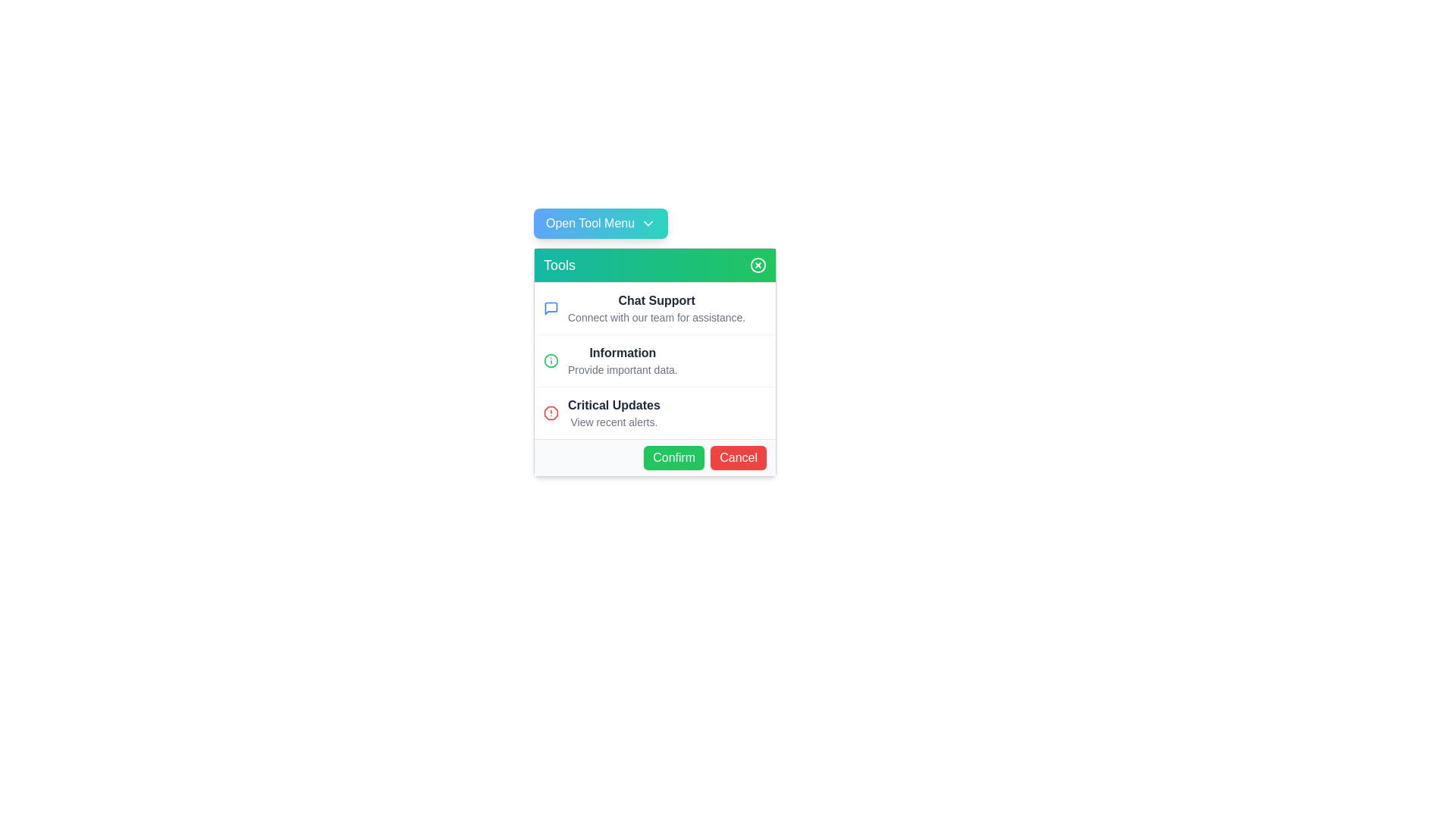  What do you see at coordinates (613, 413) in the screenshot?
I see `the notification element that consists of a title and subtitle text, positioned within the modal dialog under the section labeled 'Tools', and is the third entry in the vertical list after 'Chat Support' and 'Information'` at bounding box center [613, 413].